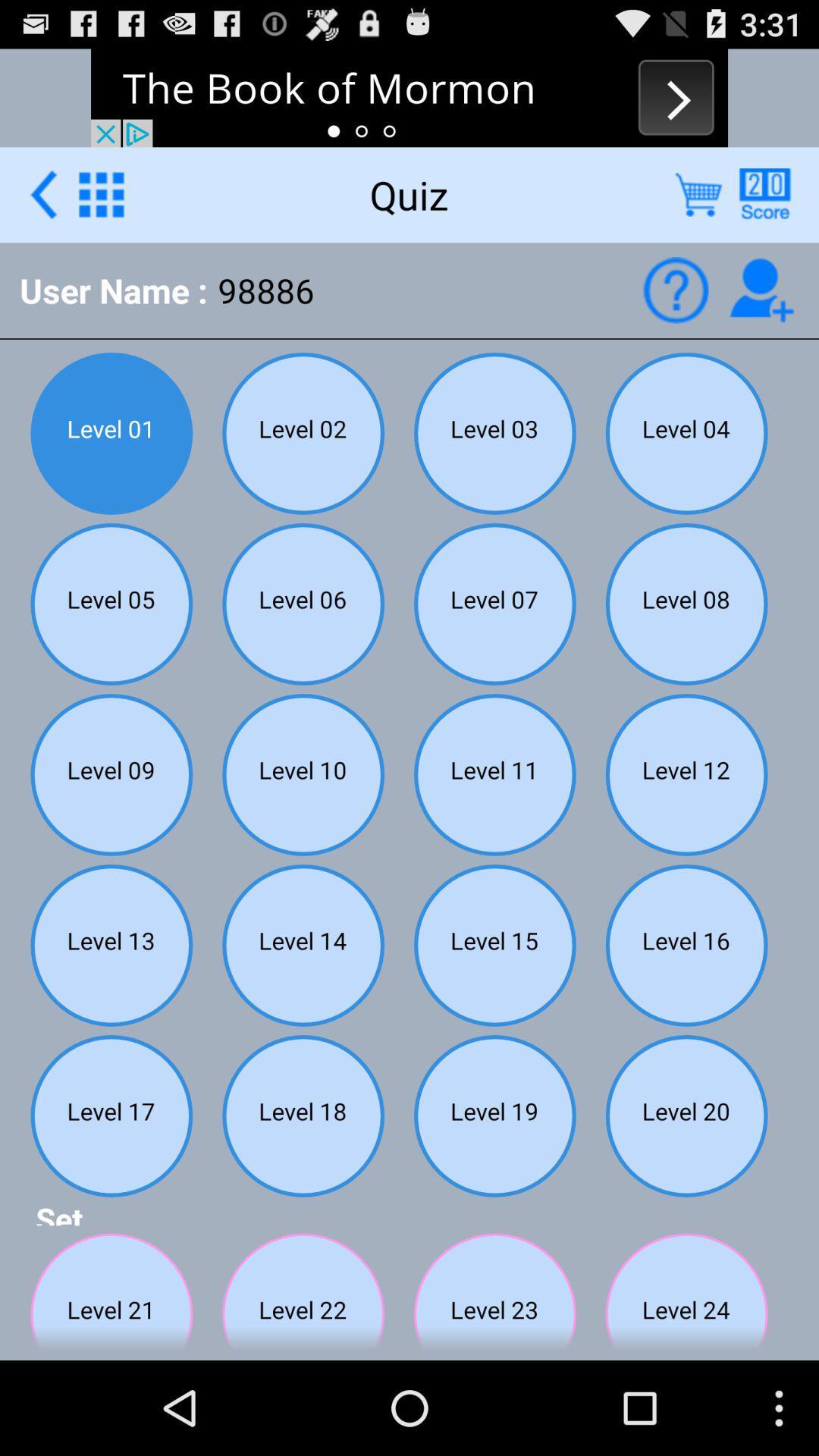 The height and width of the screenshot is (1456, 819). What do you see at coordinates (42, 193) in the screenshot?
I see `back space page` at bounding box center [42, 193].